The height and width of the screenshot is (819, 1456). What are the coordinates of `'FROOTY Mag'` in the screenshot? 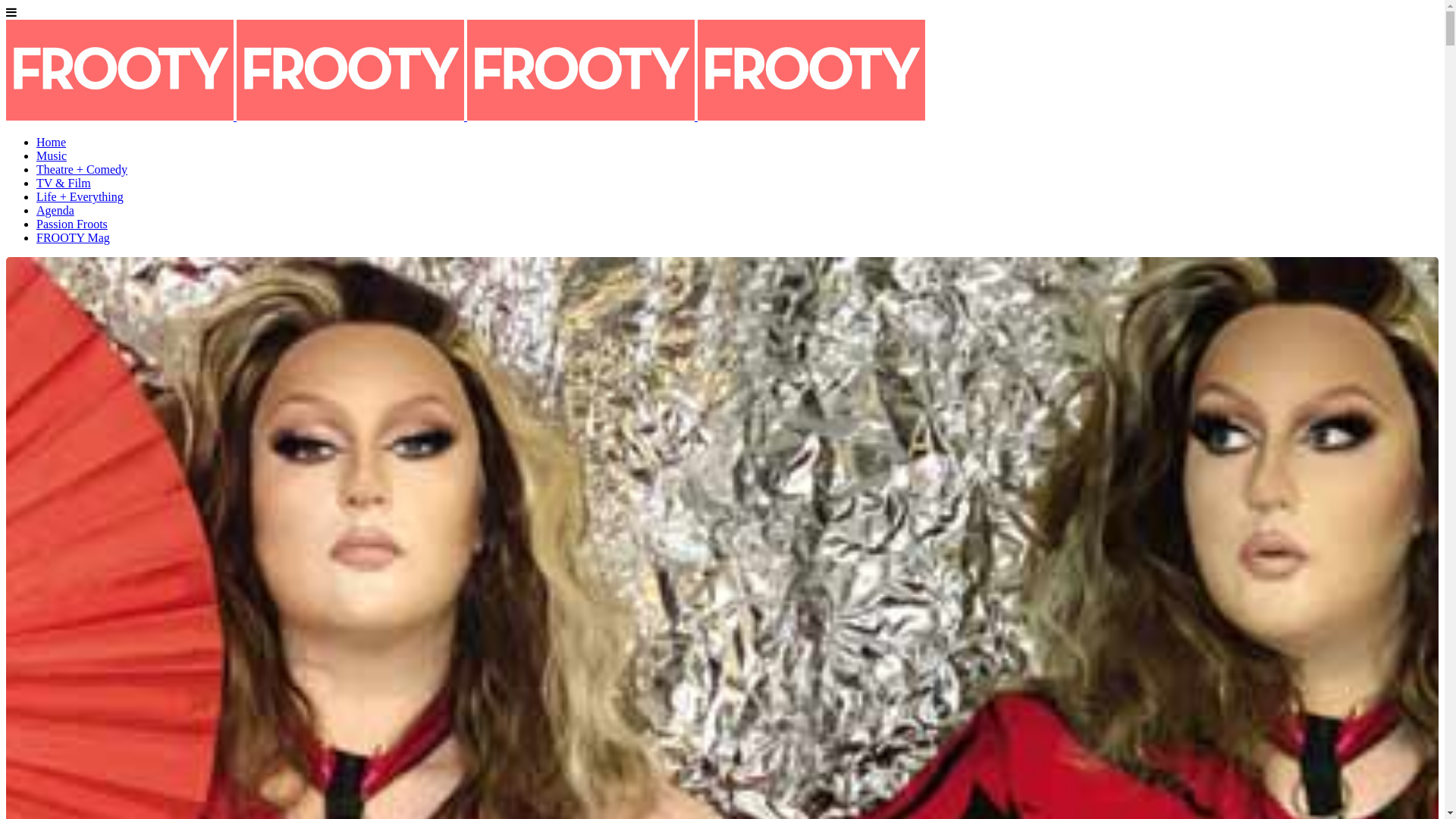 It's located at (72, 237).